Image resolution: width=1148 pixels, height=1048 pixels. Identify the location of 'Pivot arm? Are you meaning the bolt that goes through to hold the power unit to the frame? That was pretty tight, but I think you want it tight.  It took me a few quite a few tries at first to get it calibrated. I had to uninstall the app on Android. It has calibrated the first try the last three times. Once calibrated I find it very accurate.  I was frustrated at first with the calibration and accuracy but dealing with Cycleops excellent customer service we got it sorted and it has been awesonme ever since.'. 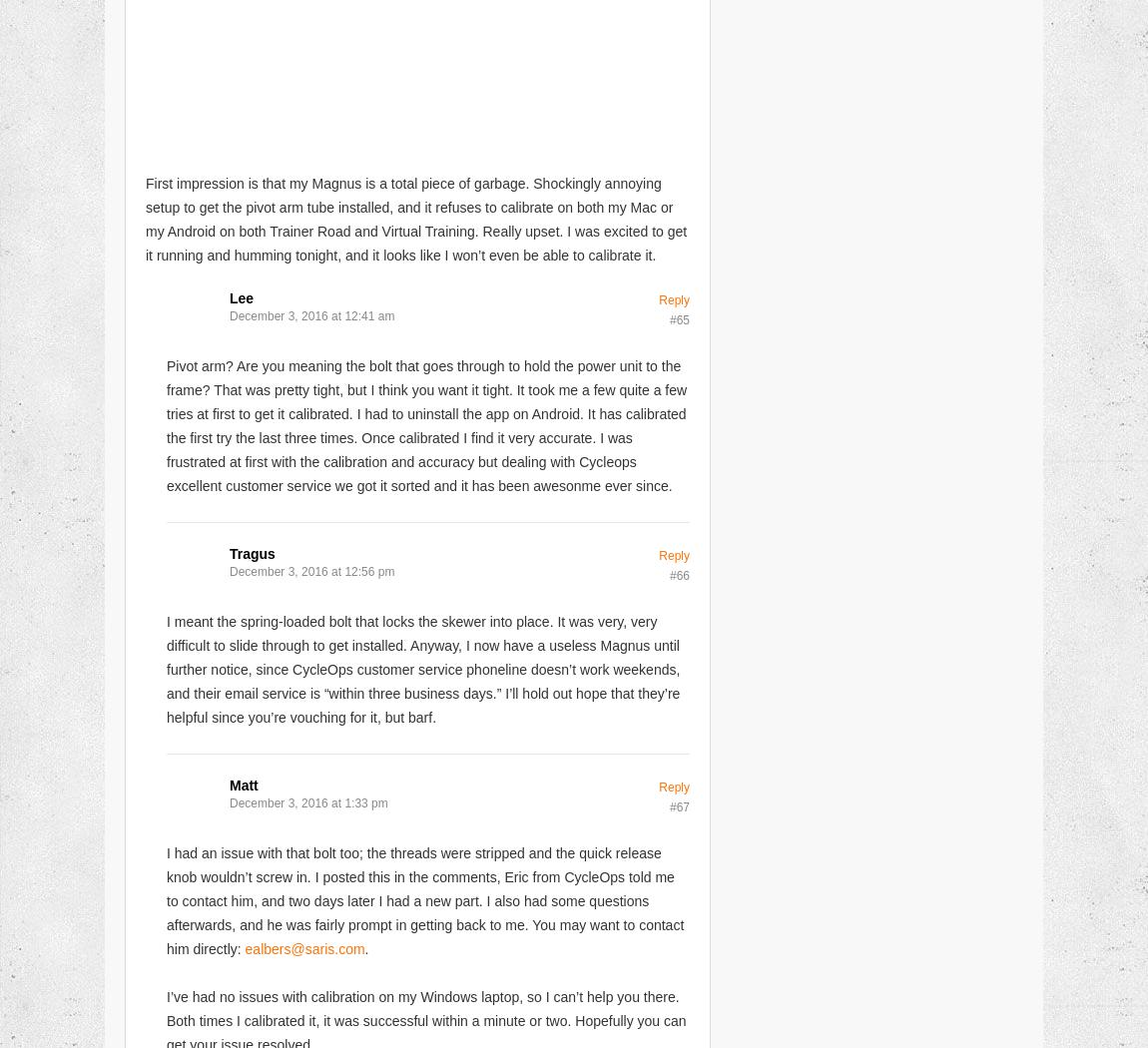
(426, 423).